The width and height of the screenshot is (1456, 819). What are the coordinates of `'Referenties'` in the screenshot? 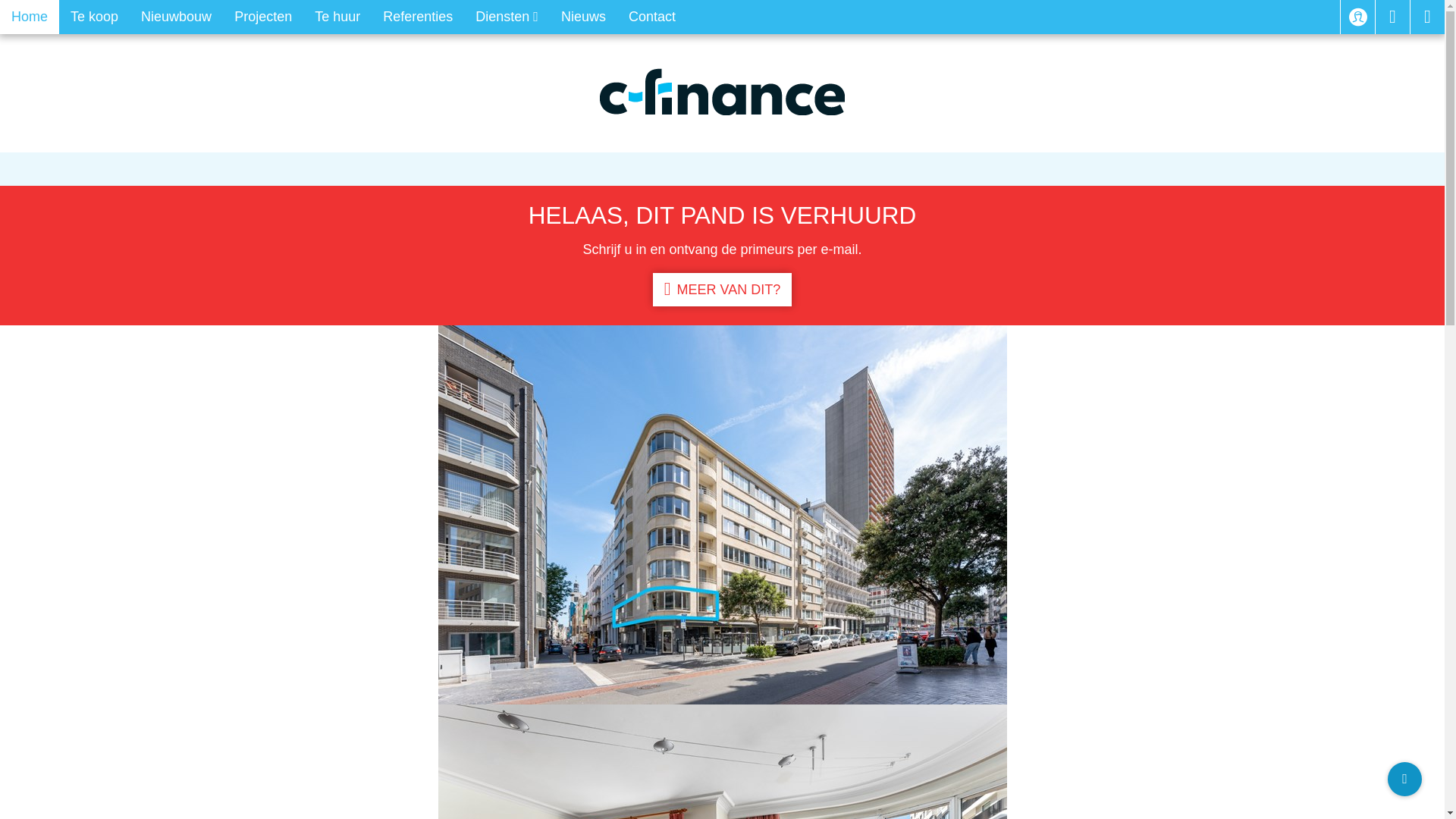 It's located at (371, 17).